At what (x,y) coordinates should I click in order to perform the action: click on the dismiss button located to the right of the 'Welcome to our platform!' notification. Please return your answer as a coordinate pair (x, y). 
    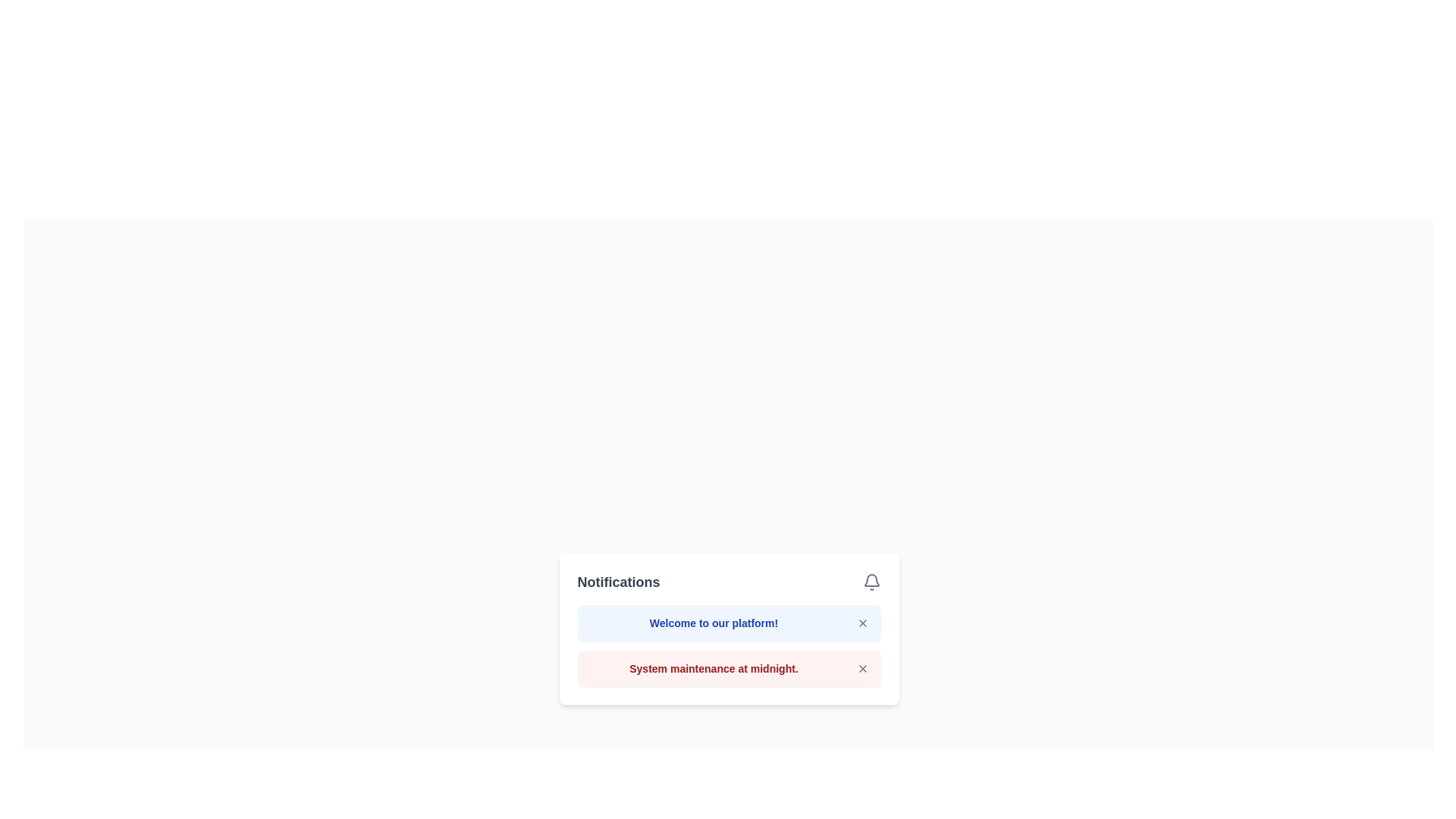
    Looking at the image, I should click on (862, 623).